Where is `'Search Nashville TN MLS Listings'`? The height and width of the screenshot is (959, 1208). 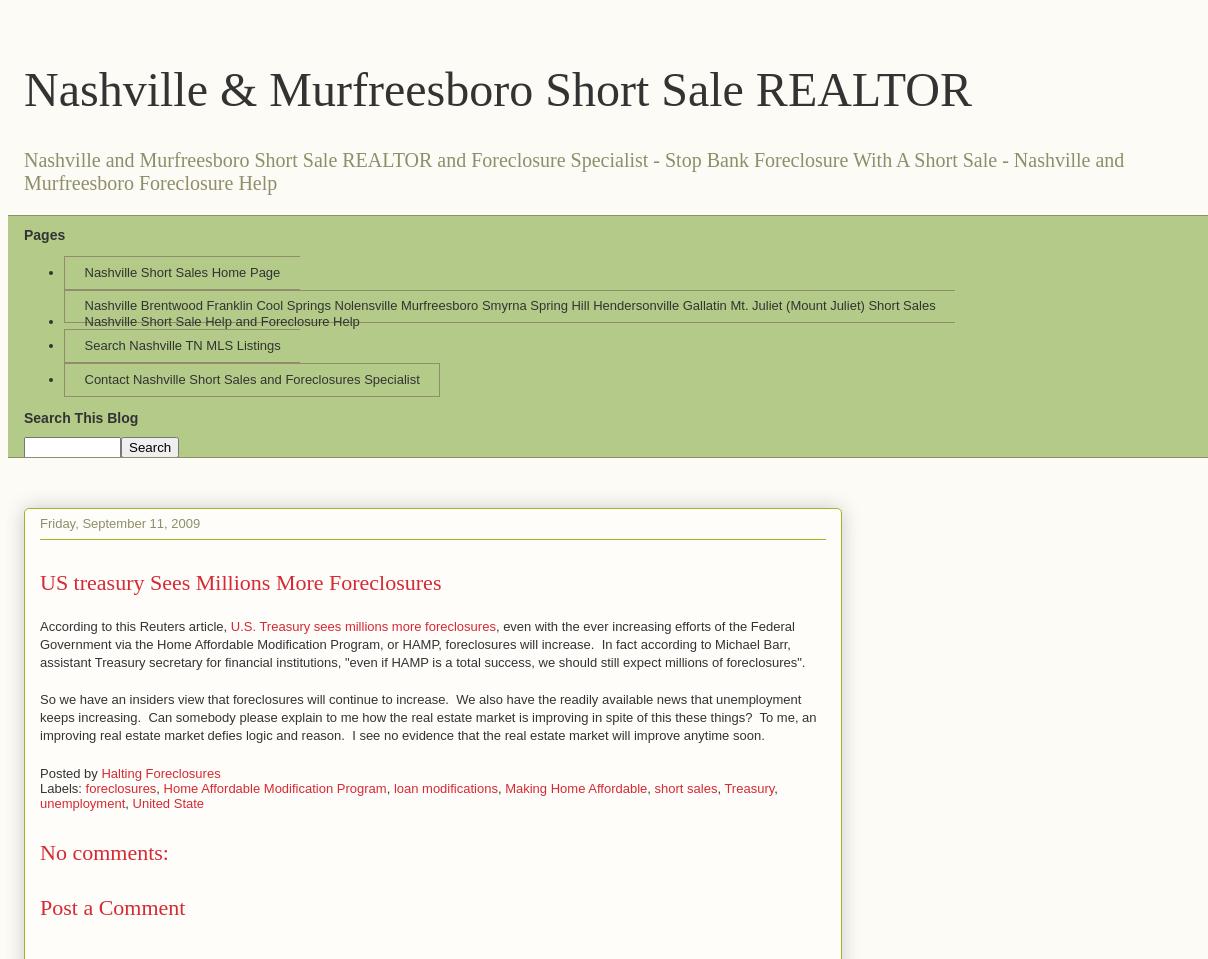
'Search Nashville TN MLS Listings' is located at coordinates (182, 345).